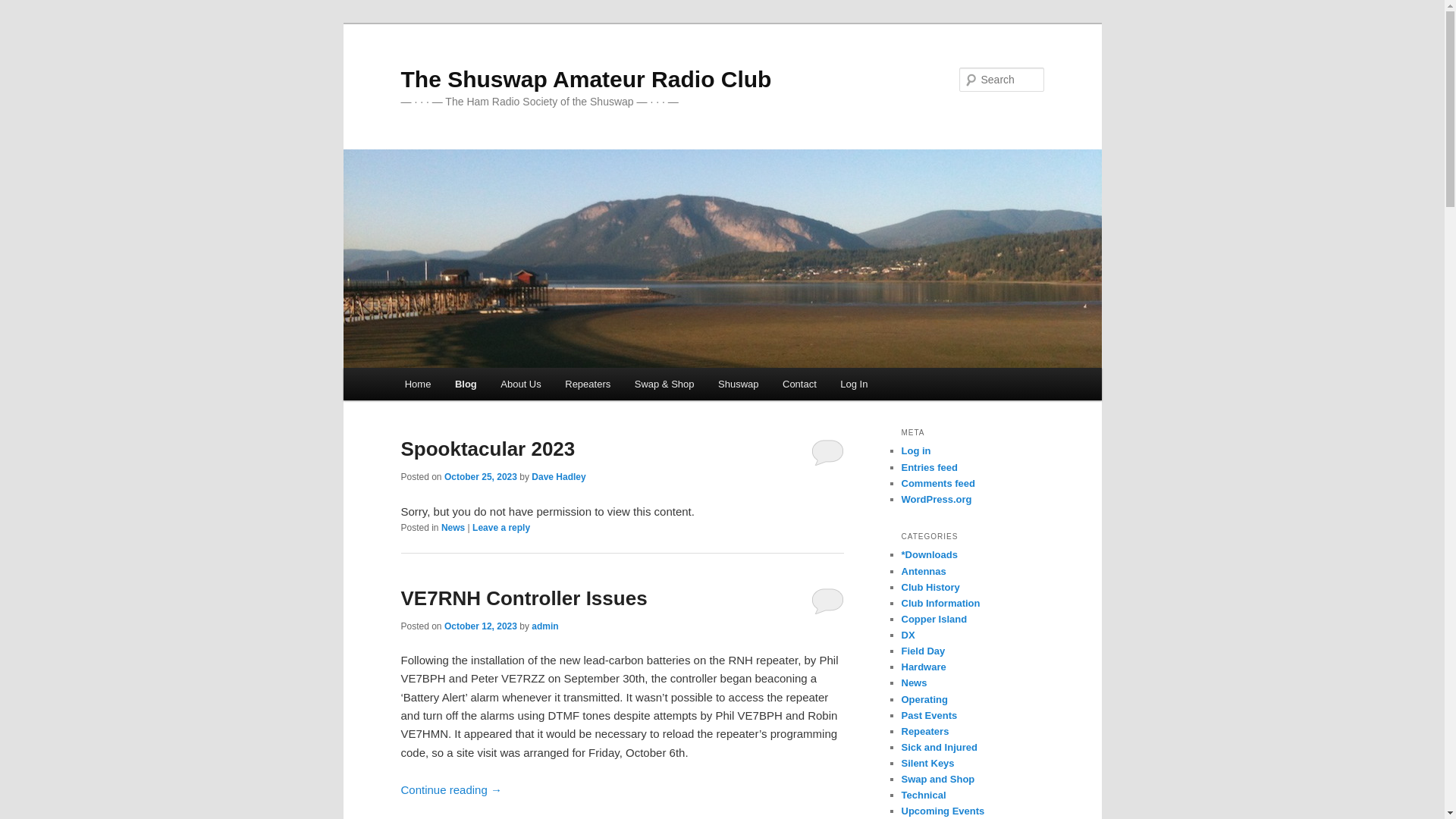 The image size is (1456, 819). Describe the element at coordinates (901, 698) in the screenshot. I see `'Operating'` at that location.